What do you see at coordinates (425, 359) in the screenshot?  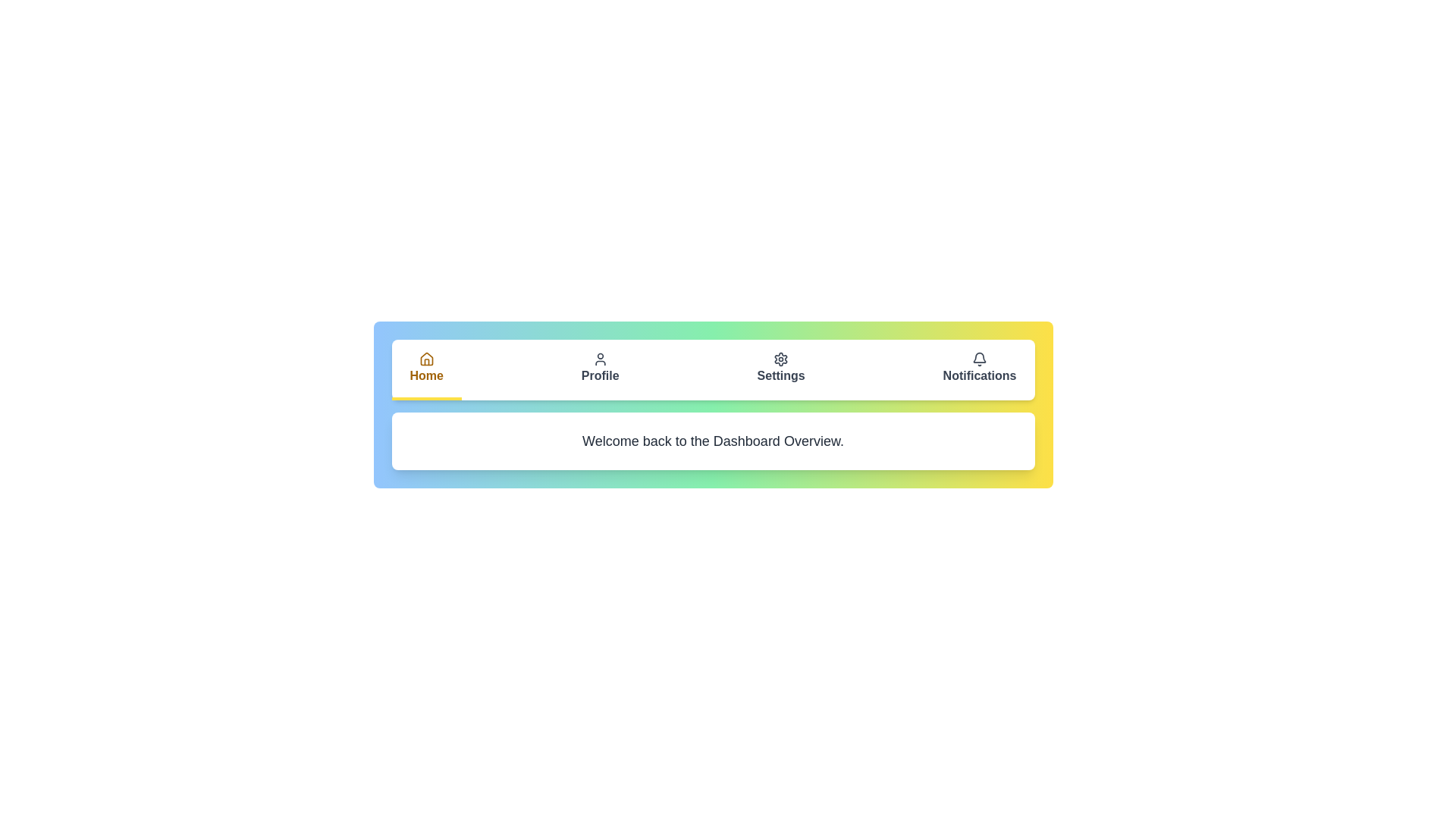 I see `the house icon, which is a simplistic geometric shape resembling a pitched-roof house, located next to the 'Home' label in the navigation icons at the top of the interface` at bounding box center [425, 359].